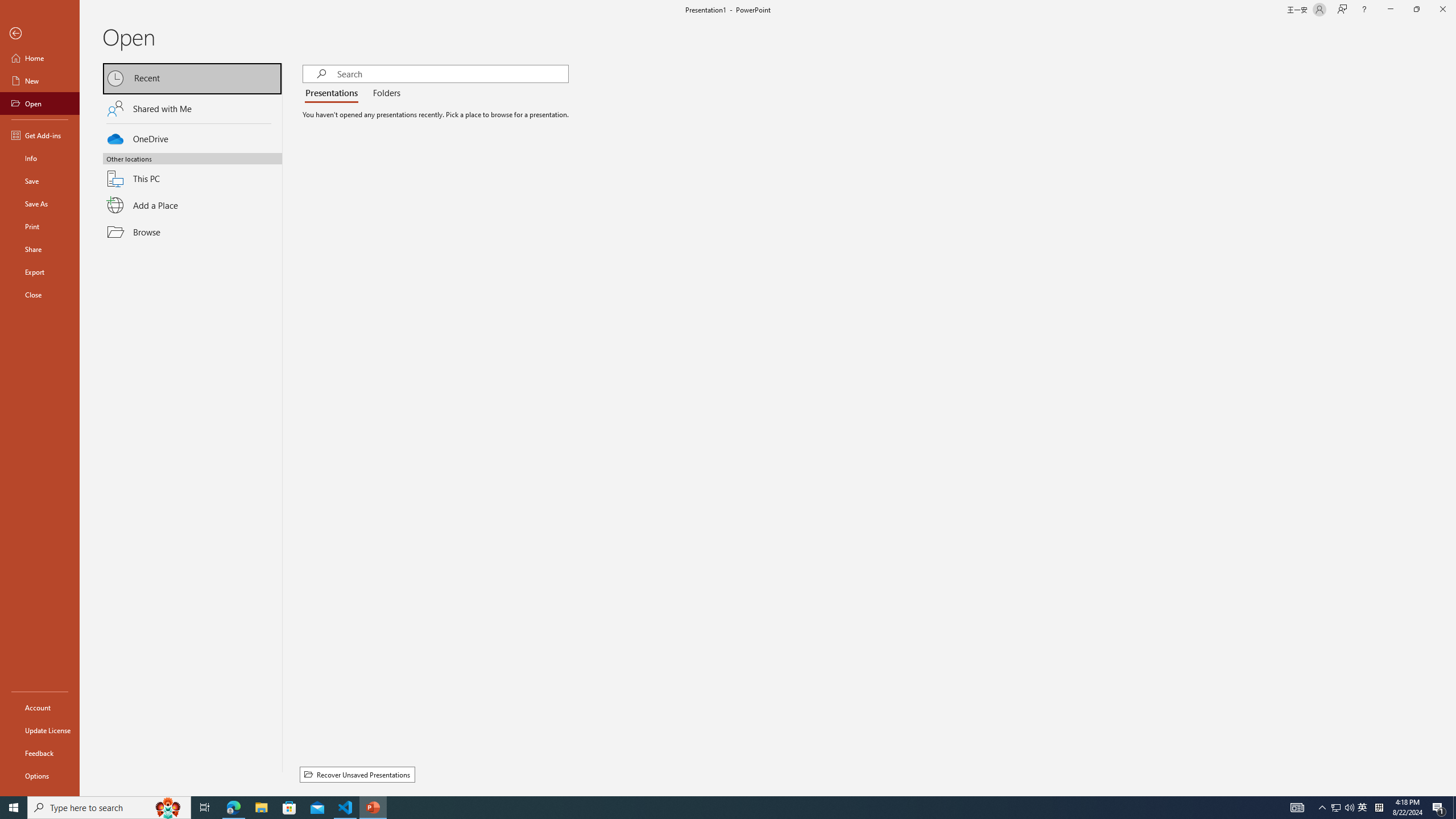 The height and width of the screenshot is (819, 1456). Describe the element at coordinates (39, 753) in the screenshot. I see `'Feedback'` at that location.